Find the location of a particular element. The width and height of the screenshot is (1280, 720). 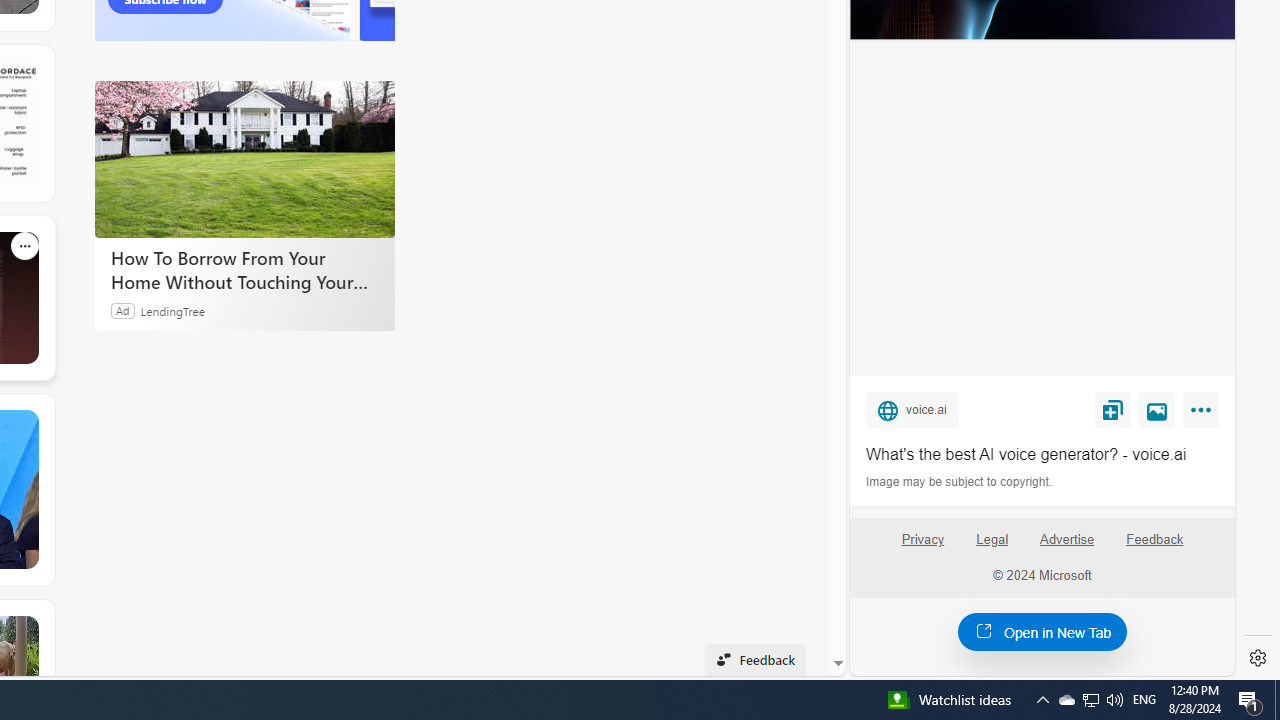

'More' is located at coordinates (1203, 412).